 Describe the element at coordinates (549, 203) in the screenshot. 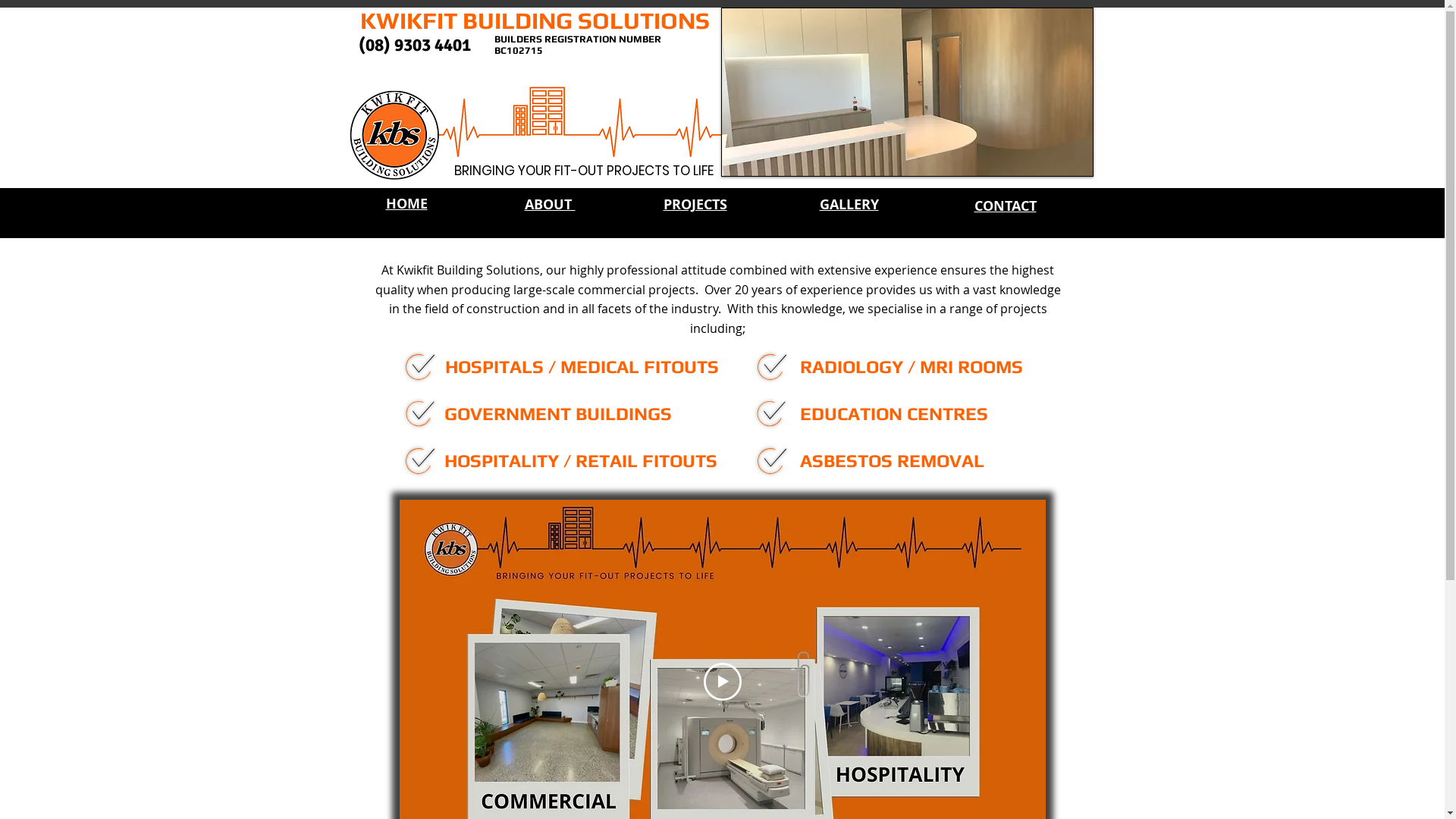

I see `'ABOUT '` at that location.